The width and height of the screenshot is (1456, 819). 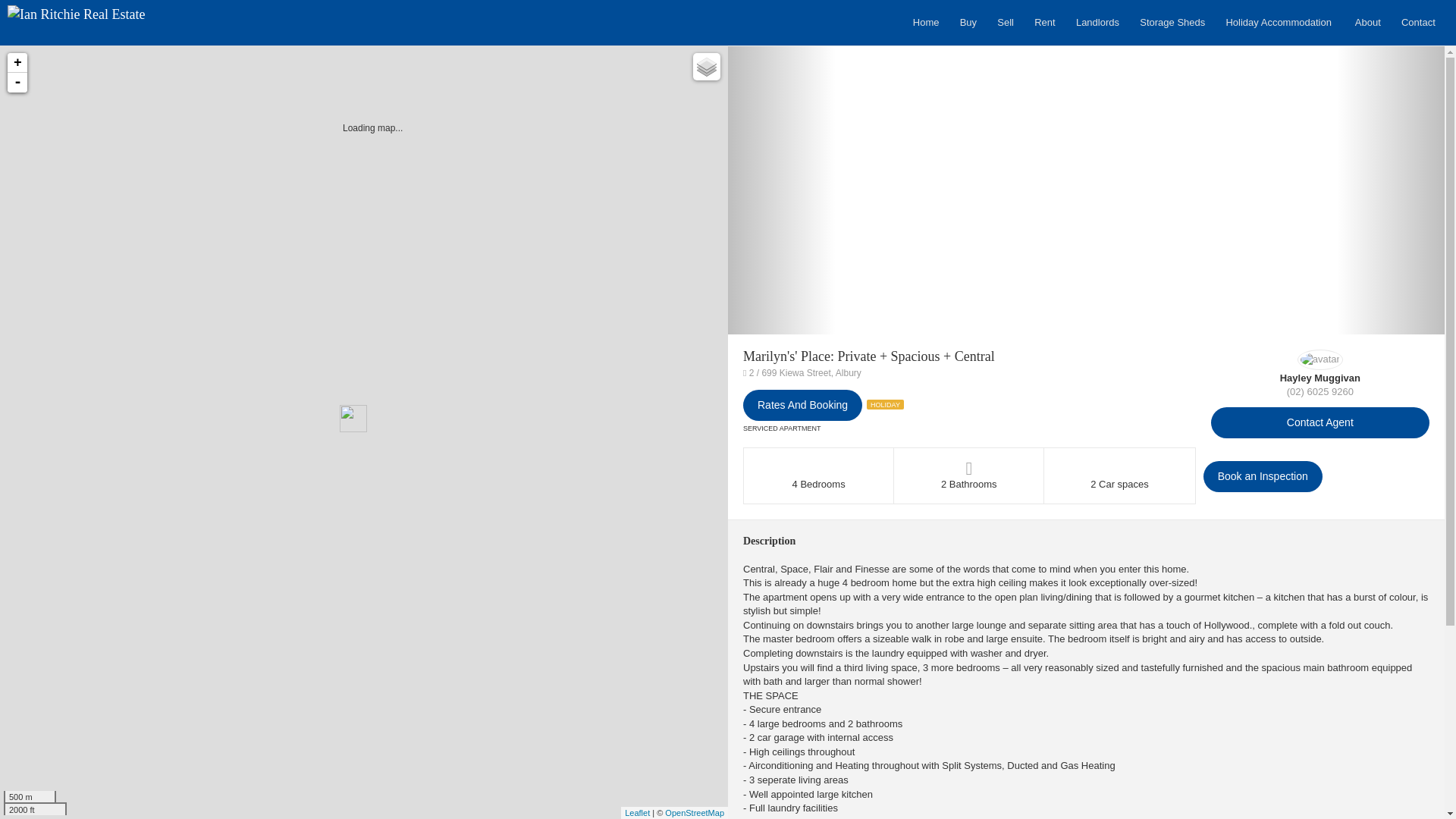 I want to click on '-', so click(x=17, y=82).